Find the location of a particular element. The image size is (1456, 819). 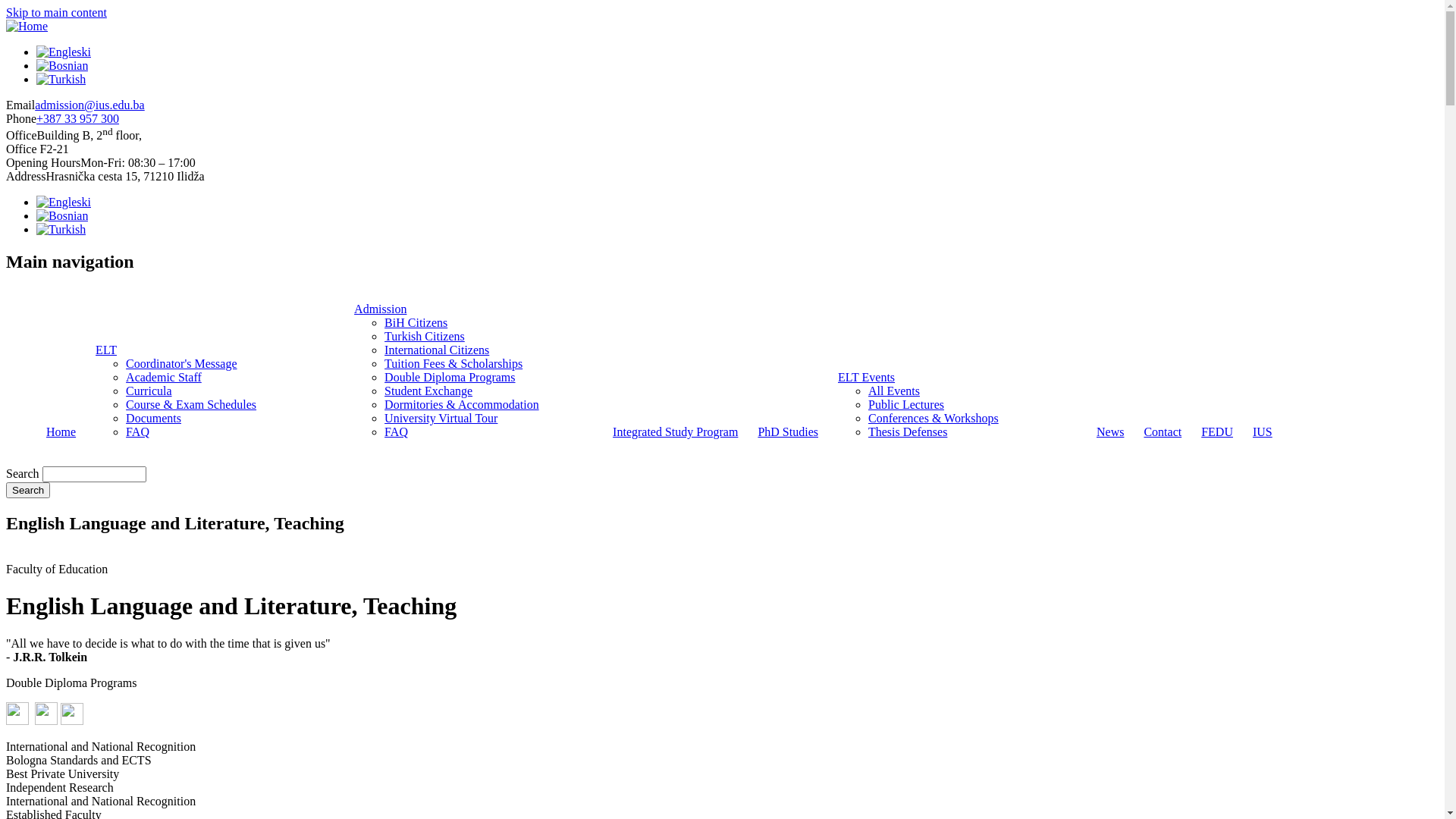

'Turkish Citizens' is located at coordinates (425, 335).